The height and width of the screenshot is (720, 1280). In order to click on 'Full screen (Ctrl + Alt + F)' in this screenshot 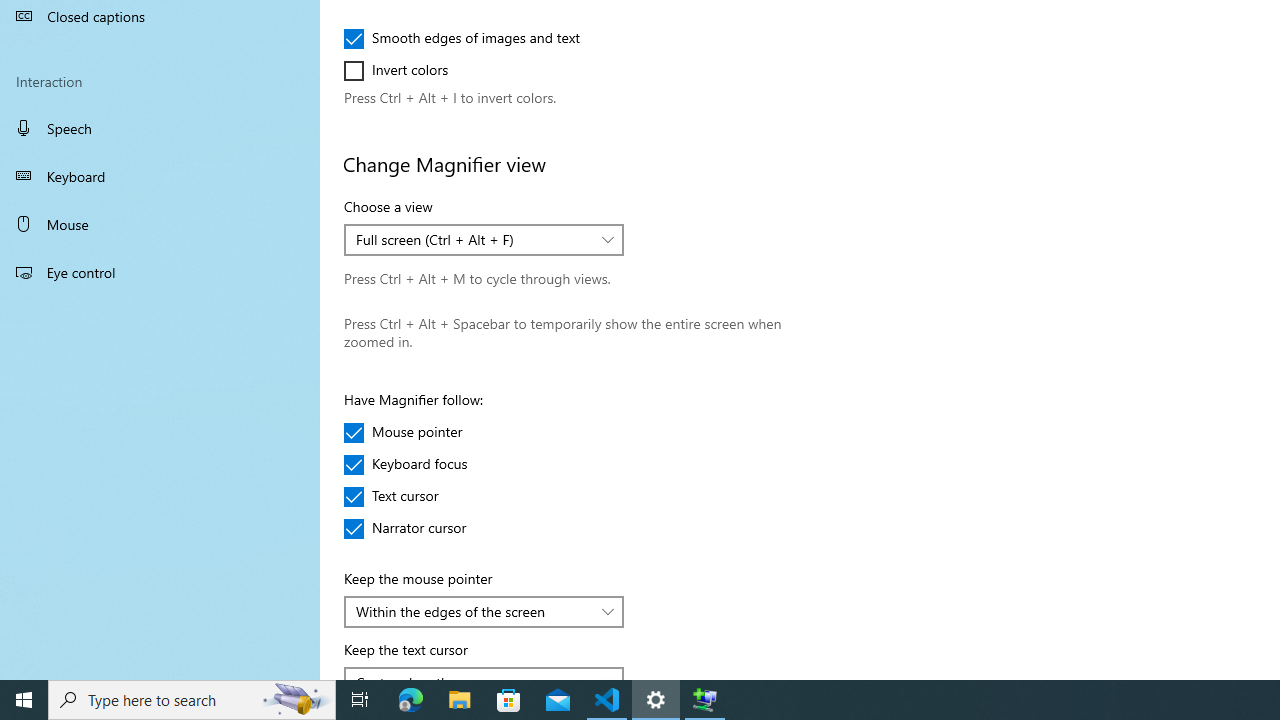, I will do `click(472, 238)`.